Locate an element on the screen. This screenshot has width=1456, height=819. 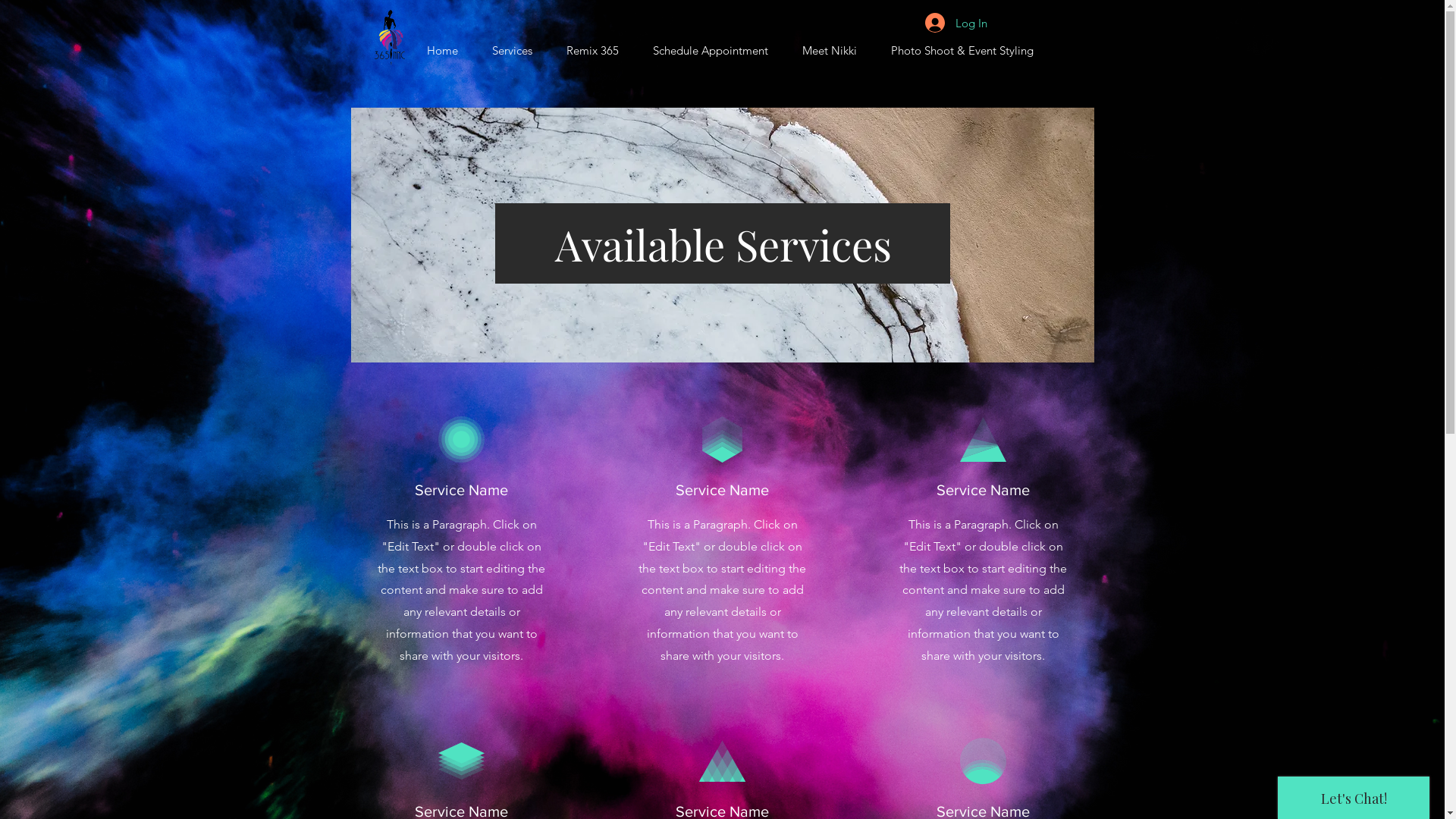
'Services' is located at coordinates (512, 42).